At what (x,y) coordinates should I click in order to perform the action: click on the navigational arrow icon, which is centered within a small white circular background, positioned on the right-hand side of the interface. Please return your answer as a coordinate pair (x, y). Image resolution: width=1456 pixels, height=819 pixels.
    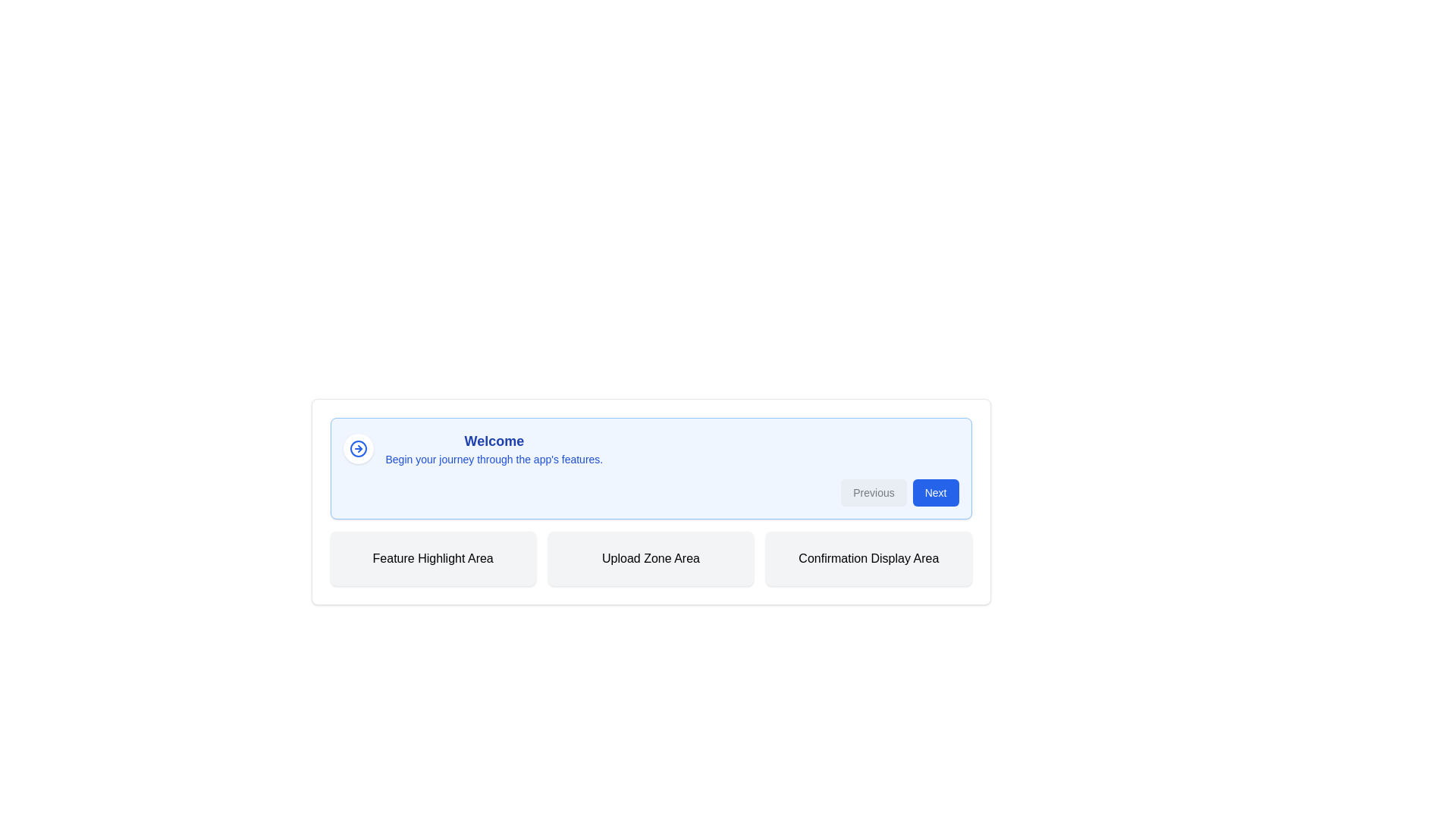
    Looking at the image, I should click on (357, 447).